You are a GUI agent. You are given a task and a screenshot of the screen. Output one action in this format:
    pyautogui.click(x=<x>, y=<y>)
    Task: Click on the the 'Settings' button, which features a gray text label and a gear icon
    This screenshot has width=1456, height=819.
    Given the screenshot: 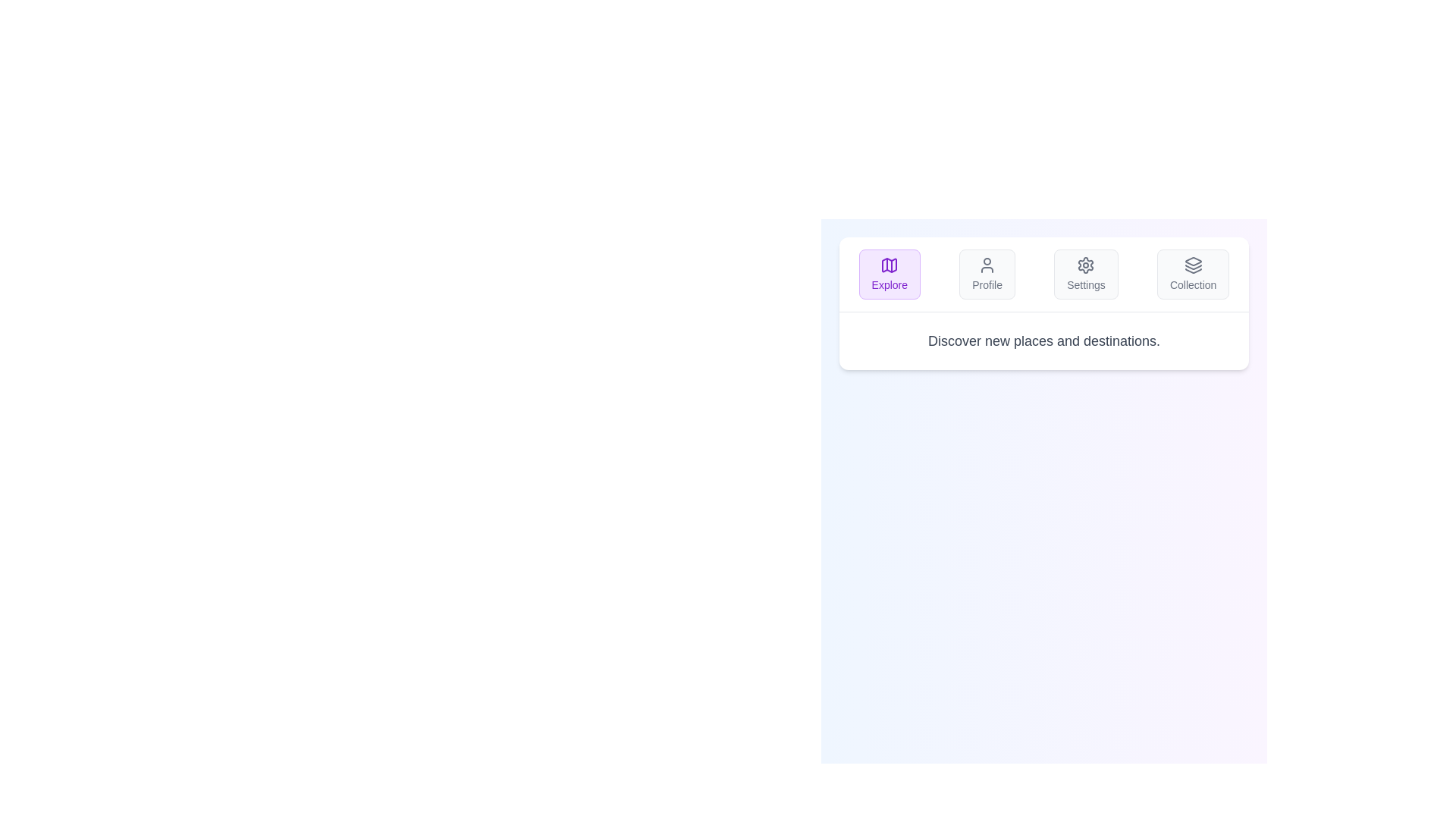 What is the action you would take?
    pyautogui.click(x=1084, y=284)
    